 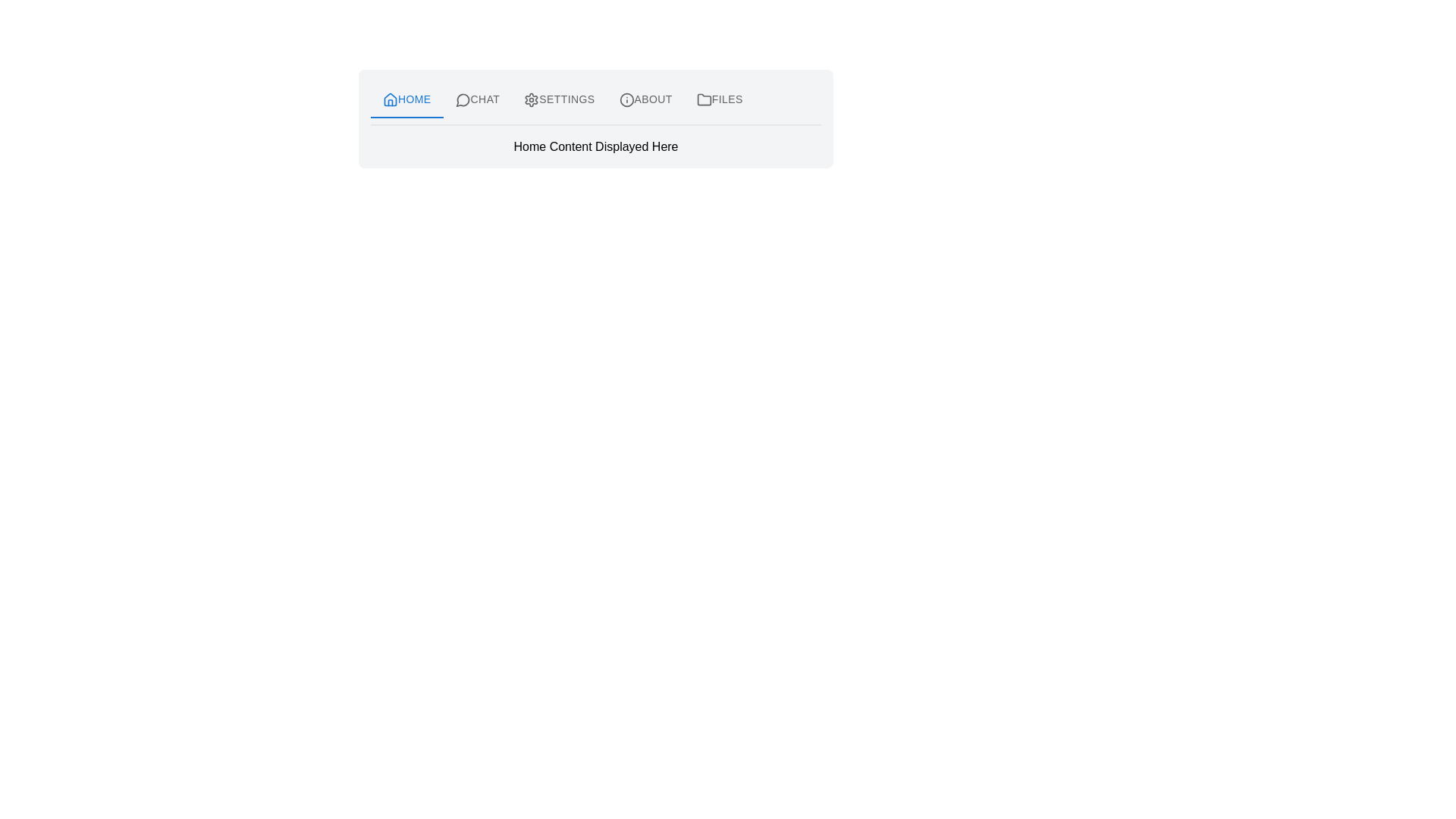 What do you see at coordinates (595, 146) in the screenshot?
I see `the horizontally-centered text label displaying 'Home Content Displayed Here', located directly below the navigation tab bar` at bounding box center [595, 146].